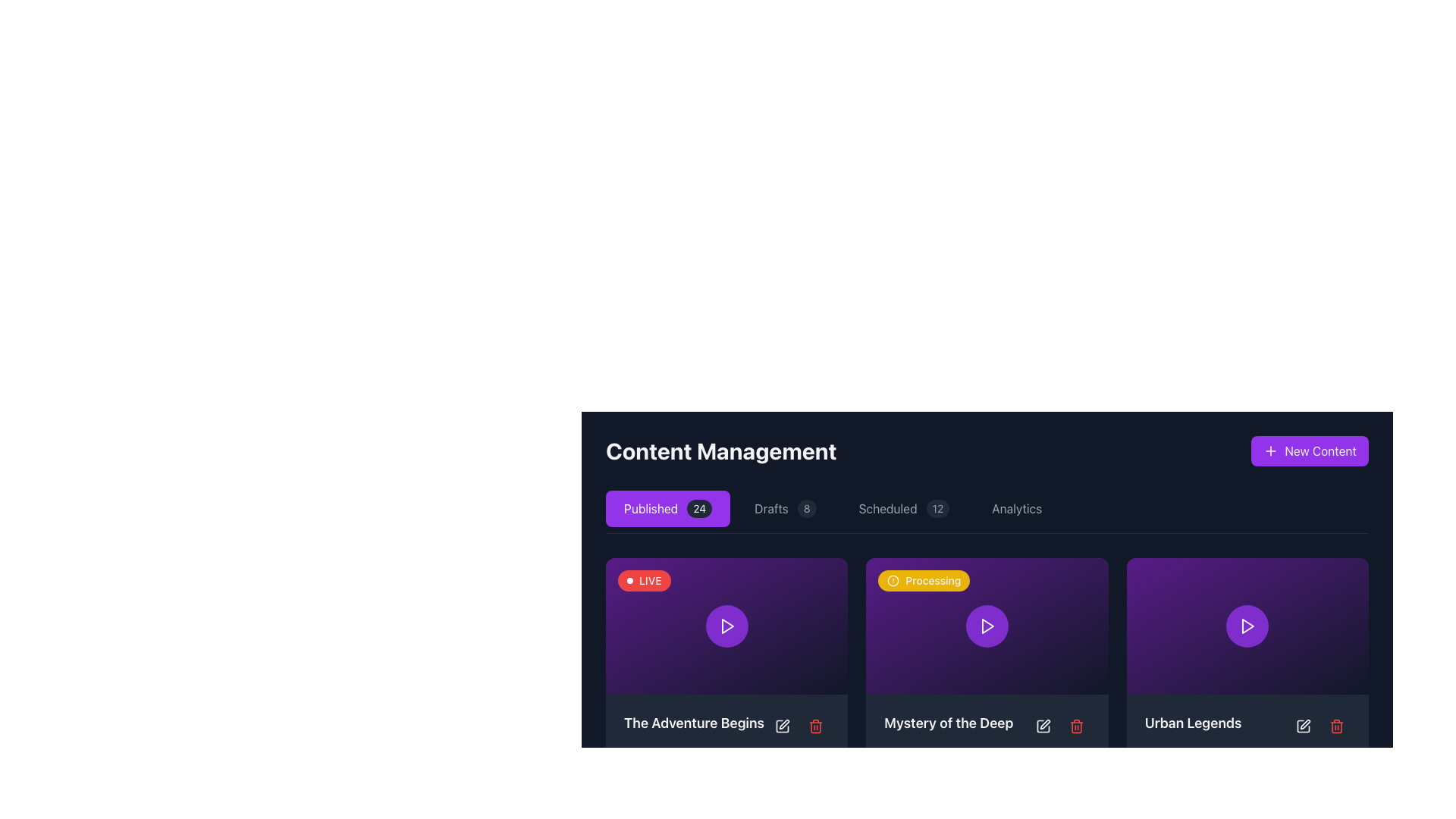 The height and width of the screenshot is (819, 1456). What do you see at coordinates (1192, 722) in the screenshot?
I see `the 'Urban Legends' text label, which is prominently displayed in a bold, larger font inside the bottom section of the third card in a three-column layout` at bounding box center [1192, 722].